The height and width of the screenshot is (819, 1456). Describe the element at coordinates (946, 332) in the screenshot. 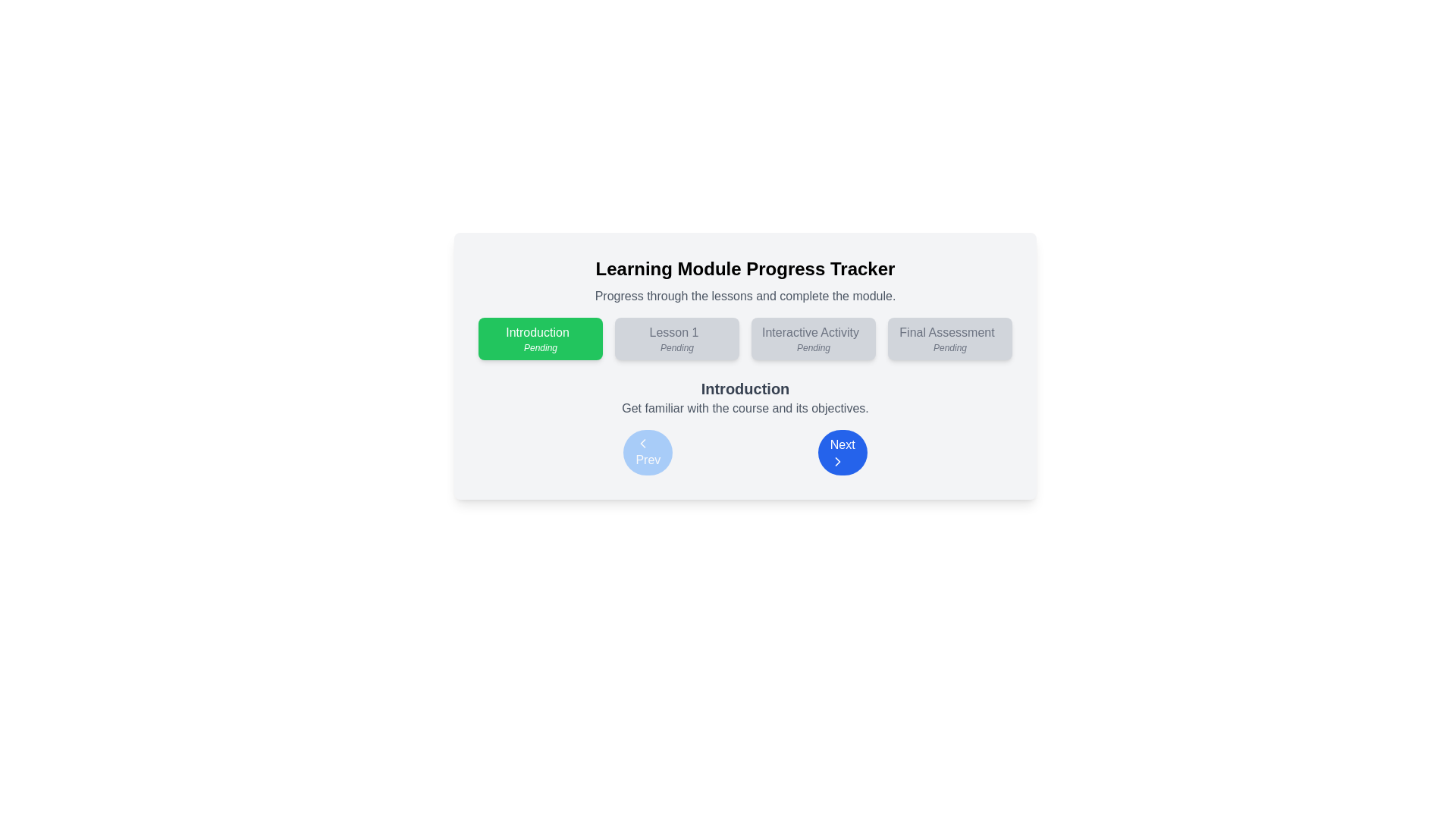

I see `the text label 'Final Assessment' displayed in the progress tracker located at the top-right of the interface` at that location.